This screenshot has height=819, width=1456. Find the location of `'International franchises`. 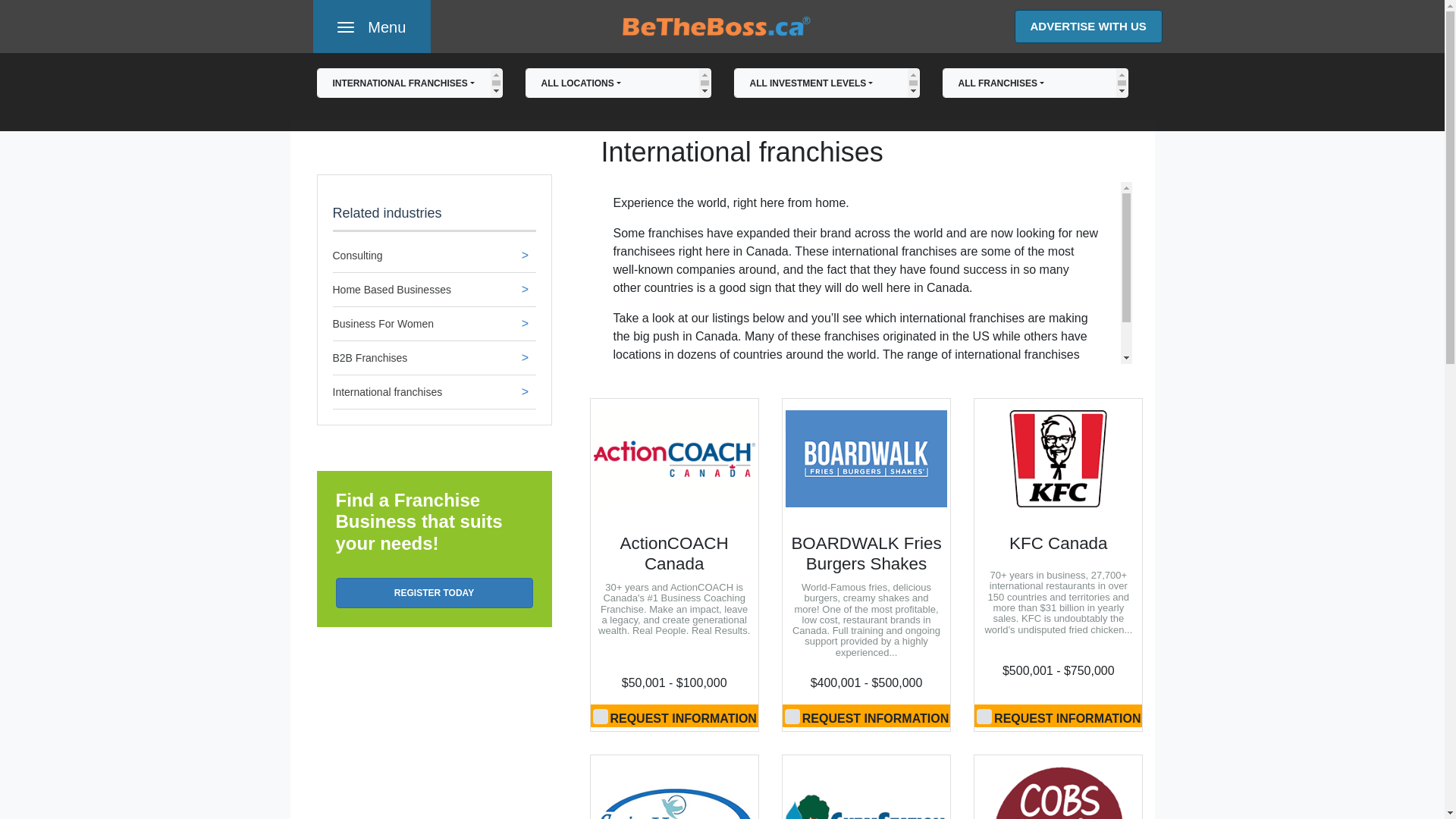

'International franchises is located at coordinates (432, 395).